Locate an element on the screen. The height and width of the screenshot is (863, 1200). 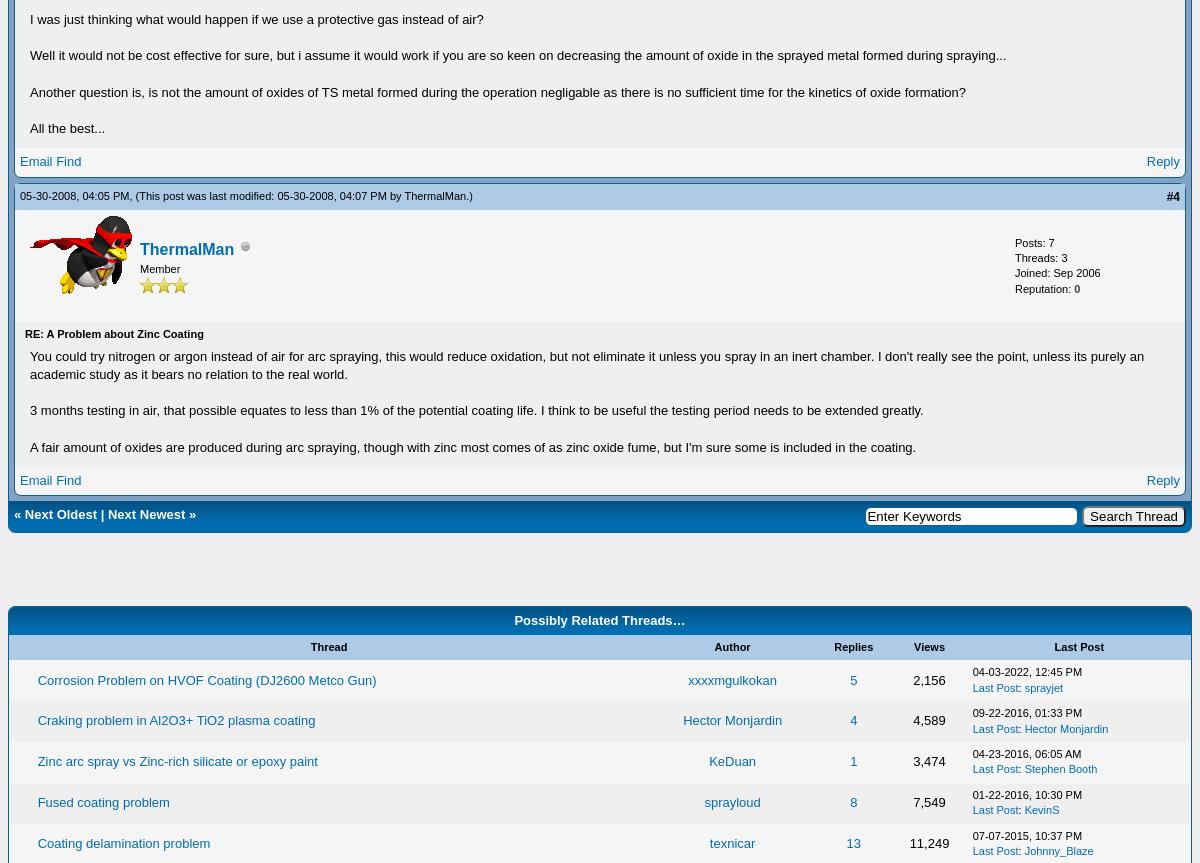
'RE: A Problem about Zinc Coating' is located at coordinates (114, 332).